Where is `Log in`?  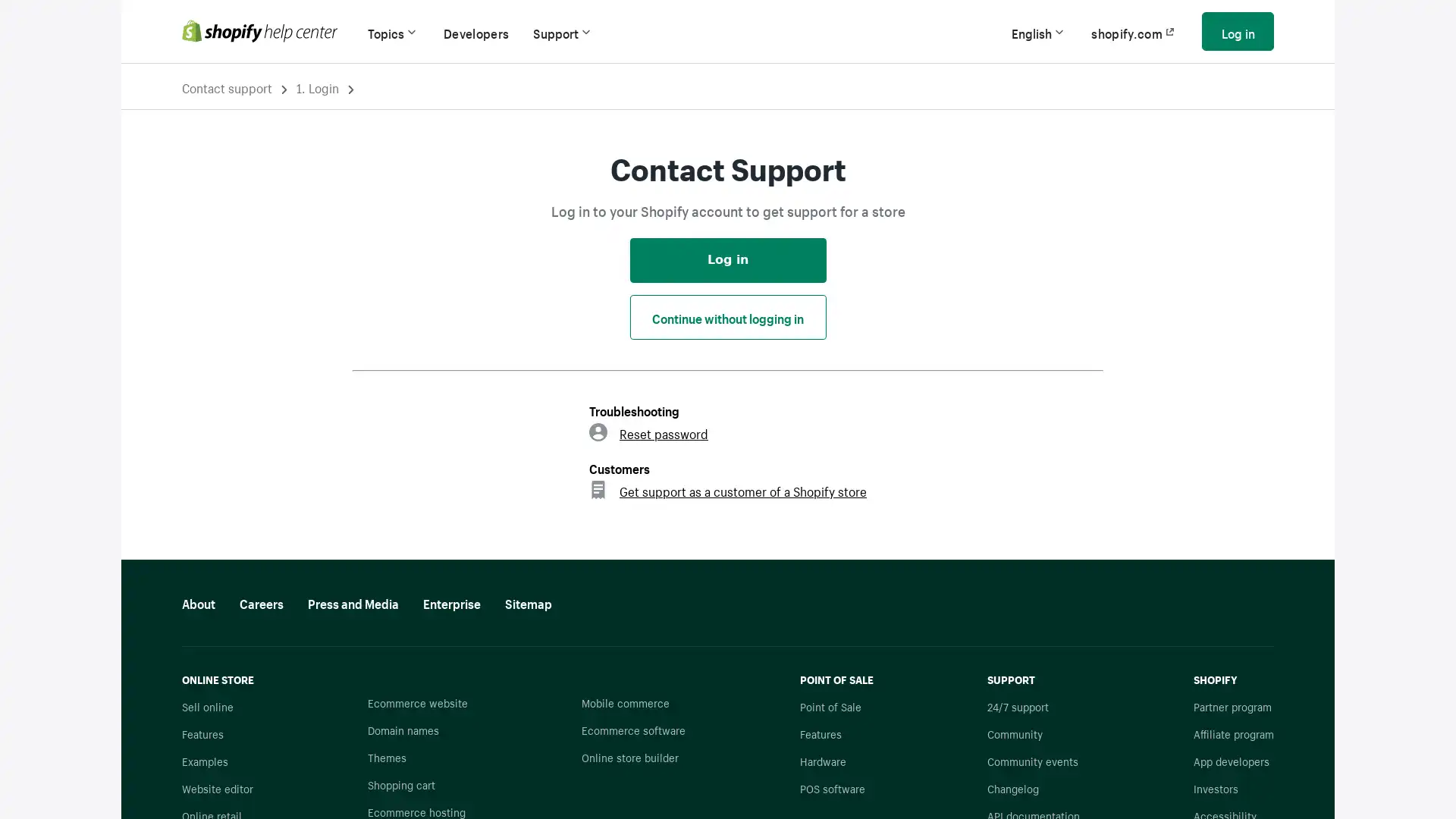 Log in is located at coordinates (726, 259).